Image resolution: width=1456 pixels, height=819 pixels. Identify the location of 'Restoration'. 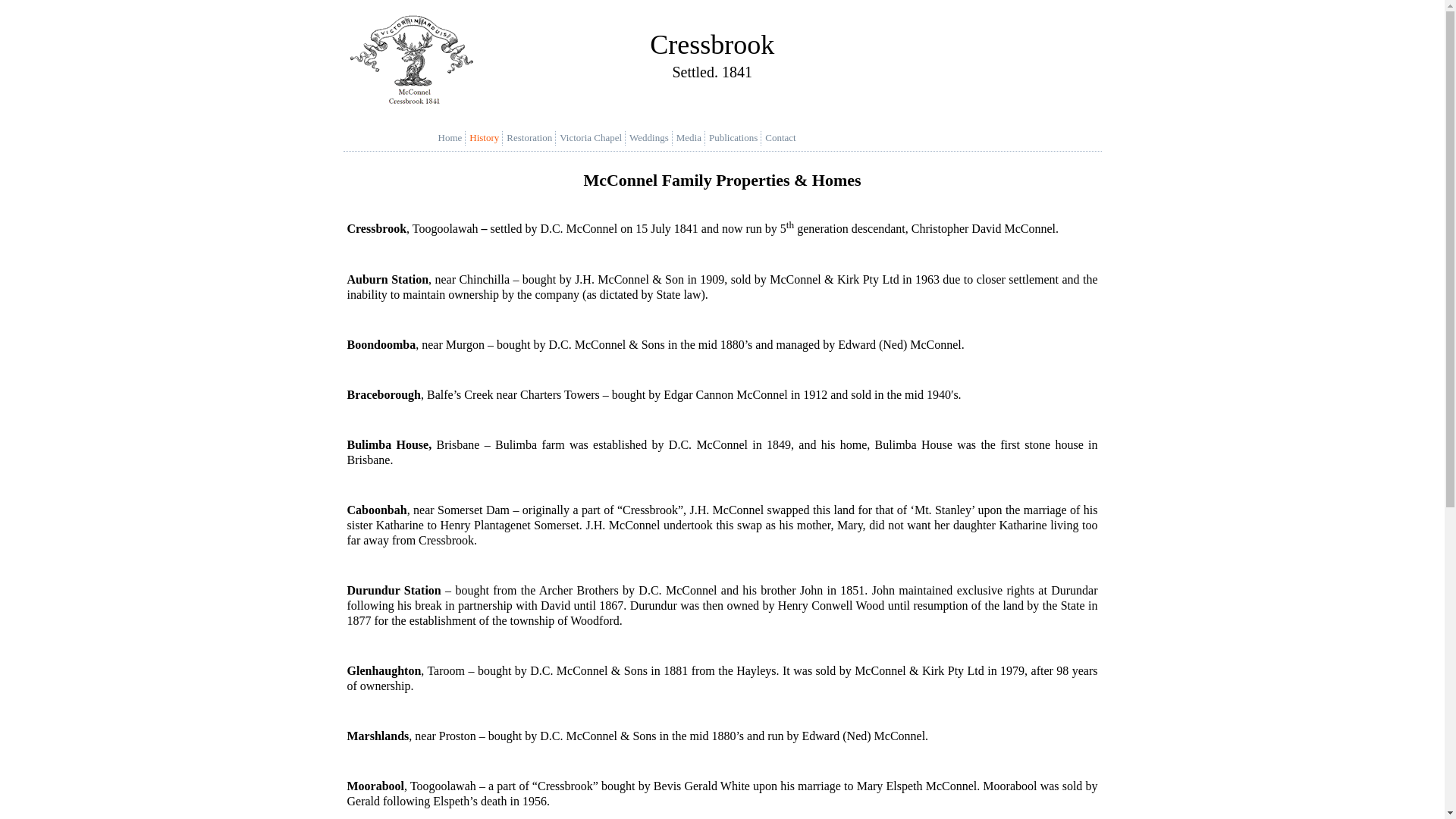
(532, 137).